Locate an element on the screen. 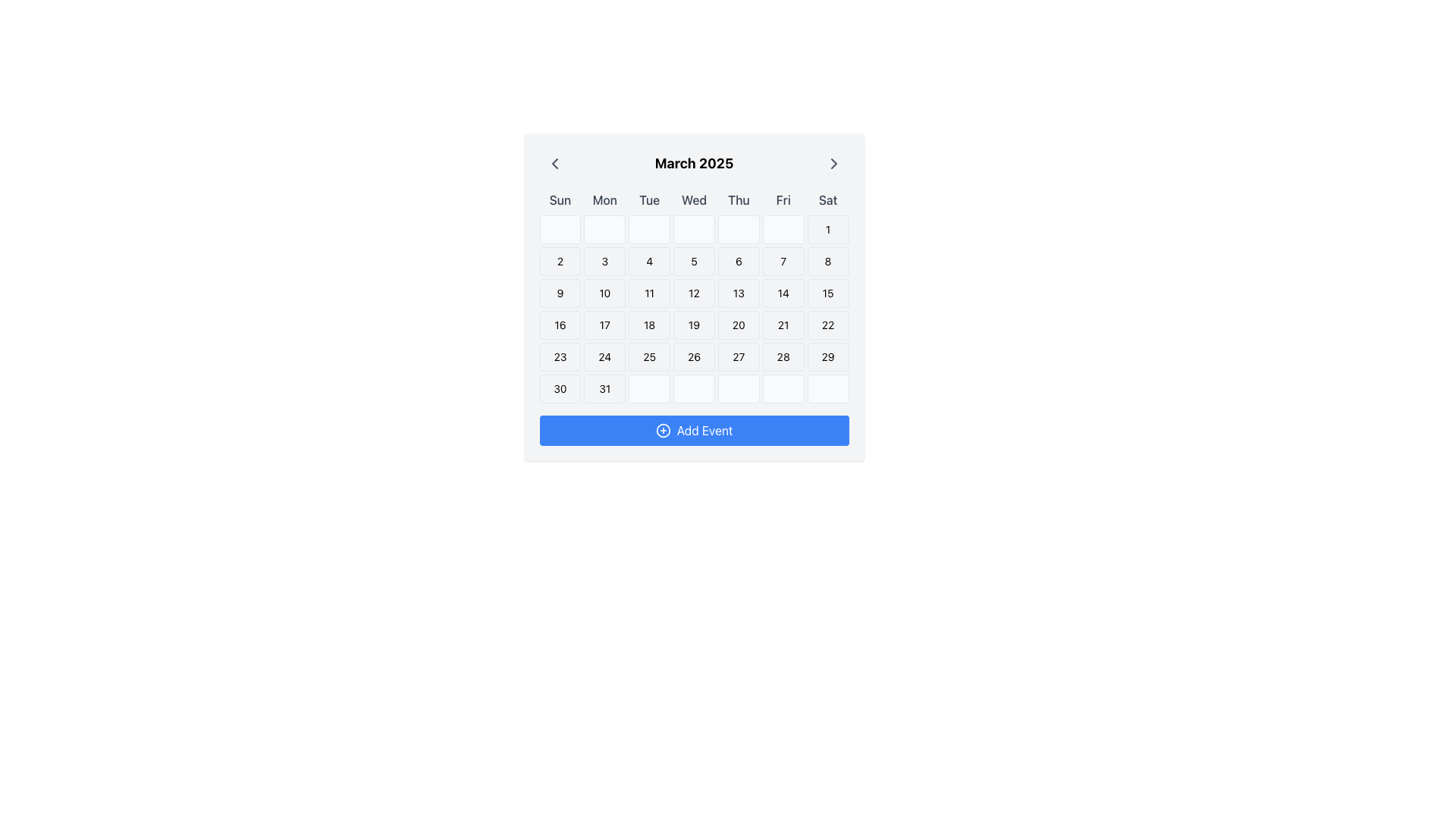  the button labeled '25' in the calendar interface is located at coordinates (649, 356).